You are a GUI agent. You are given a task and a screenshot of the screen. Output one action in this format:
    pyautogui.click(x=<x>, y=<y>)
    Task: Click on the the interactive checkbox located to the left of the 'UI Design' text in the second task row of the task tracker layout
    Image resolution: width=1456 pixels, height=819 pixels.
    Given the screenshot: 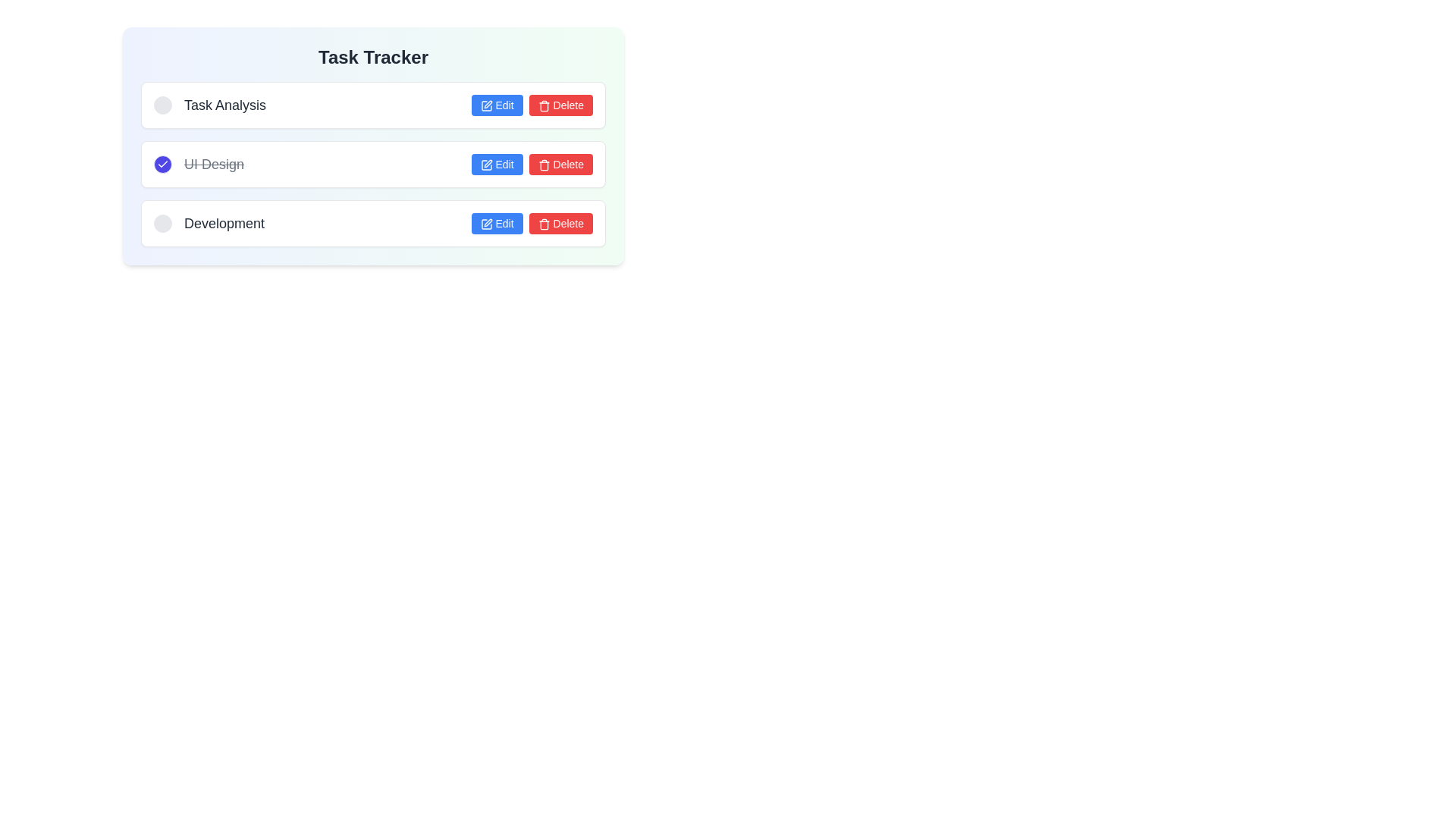 What is the action you would take?
    pyautogui.click(x=163, y=164)
    